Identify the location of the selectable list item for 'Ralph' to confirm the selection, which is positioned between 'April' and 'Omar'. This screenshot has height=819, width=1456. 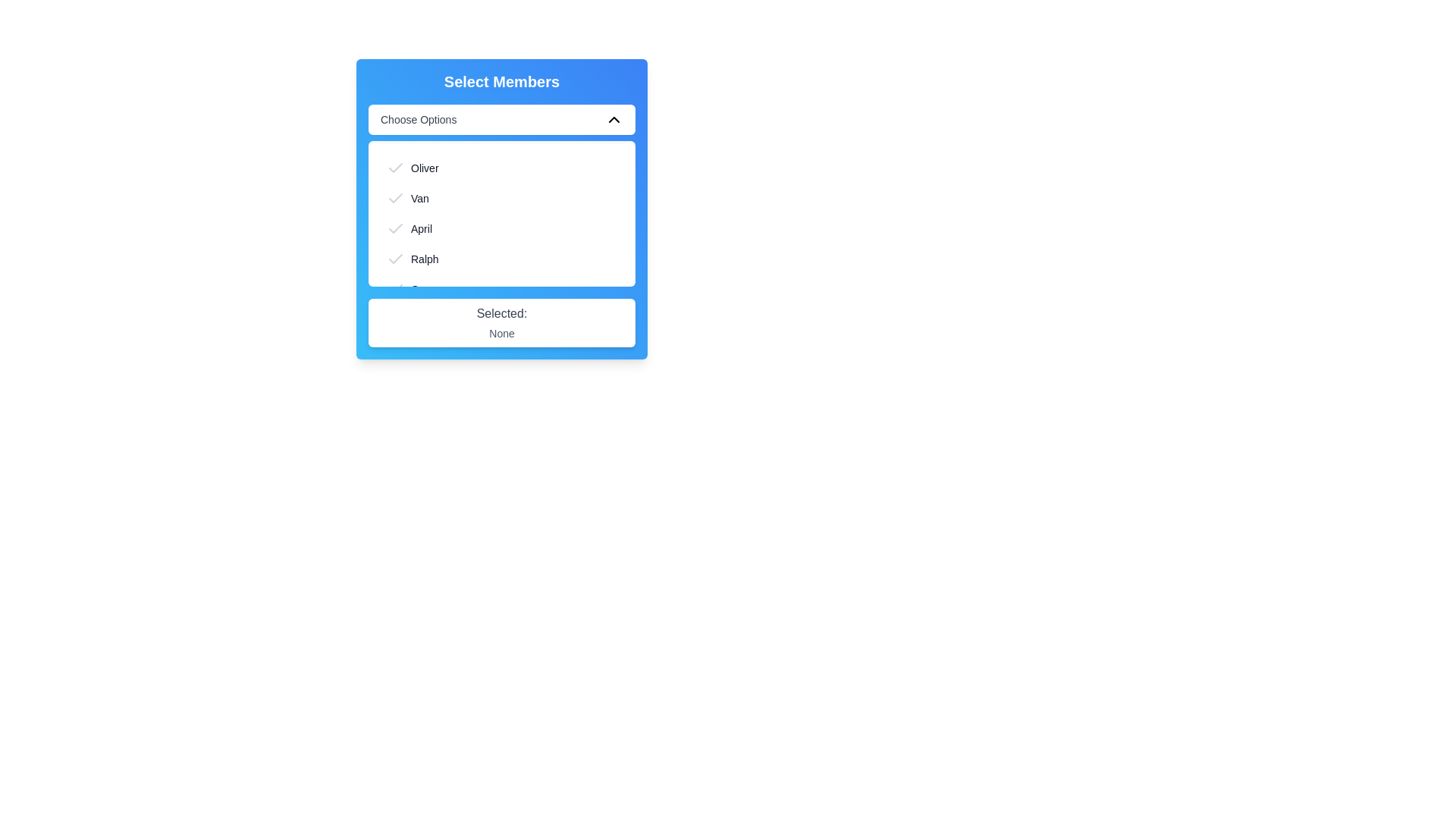
(502, 259).